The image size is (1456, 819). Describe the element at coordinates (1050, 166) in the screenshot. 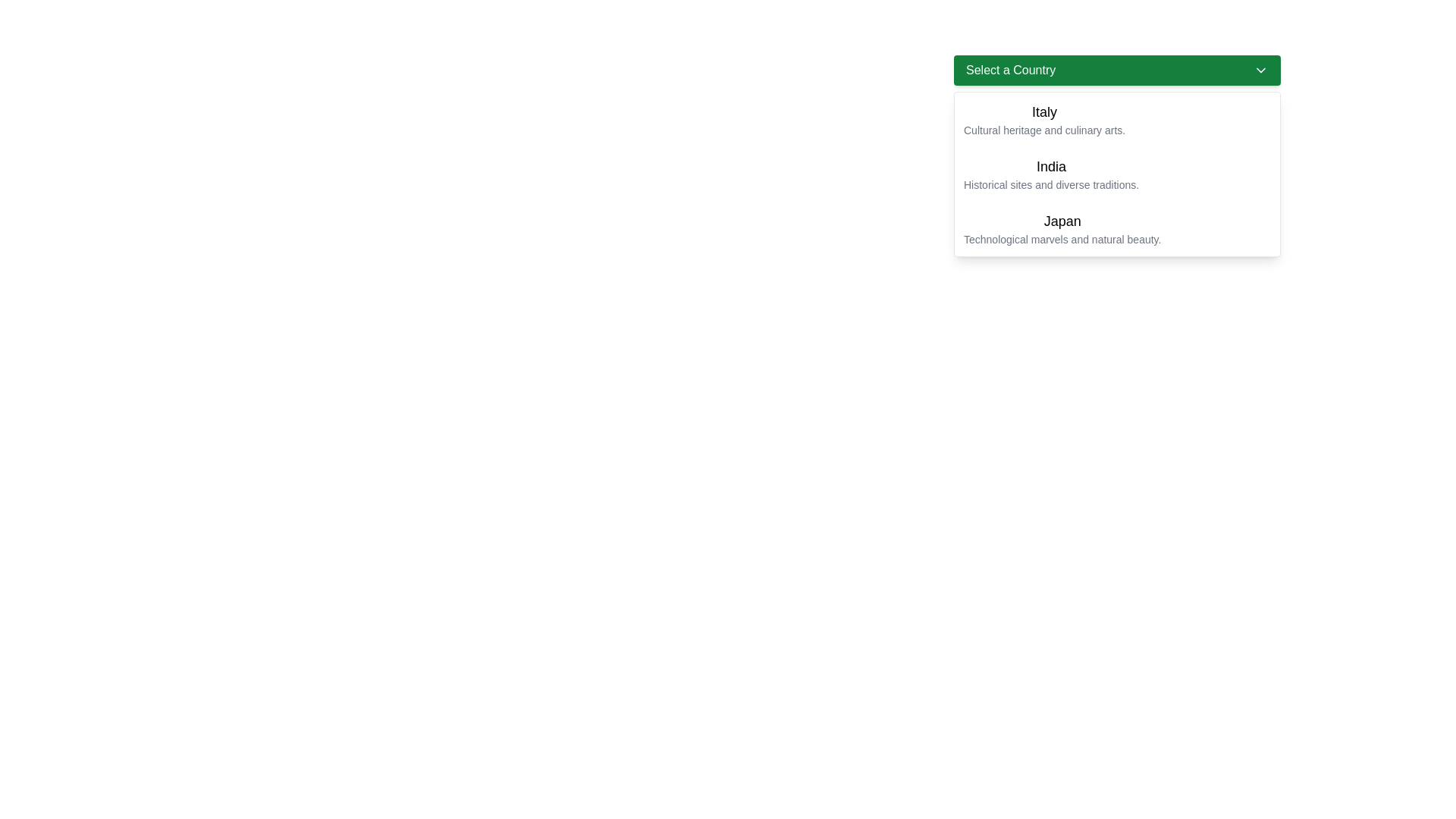

I see `the 'India' option in the dropdown menu titled 'Select a Country', which is positioned below 'Italy' and above 'Japan'` at that location.